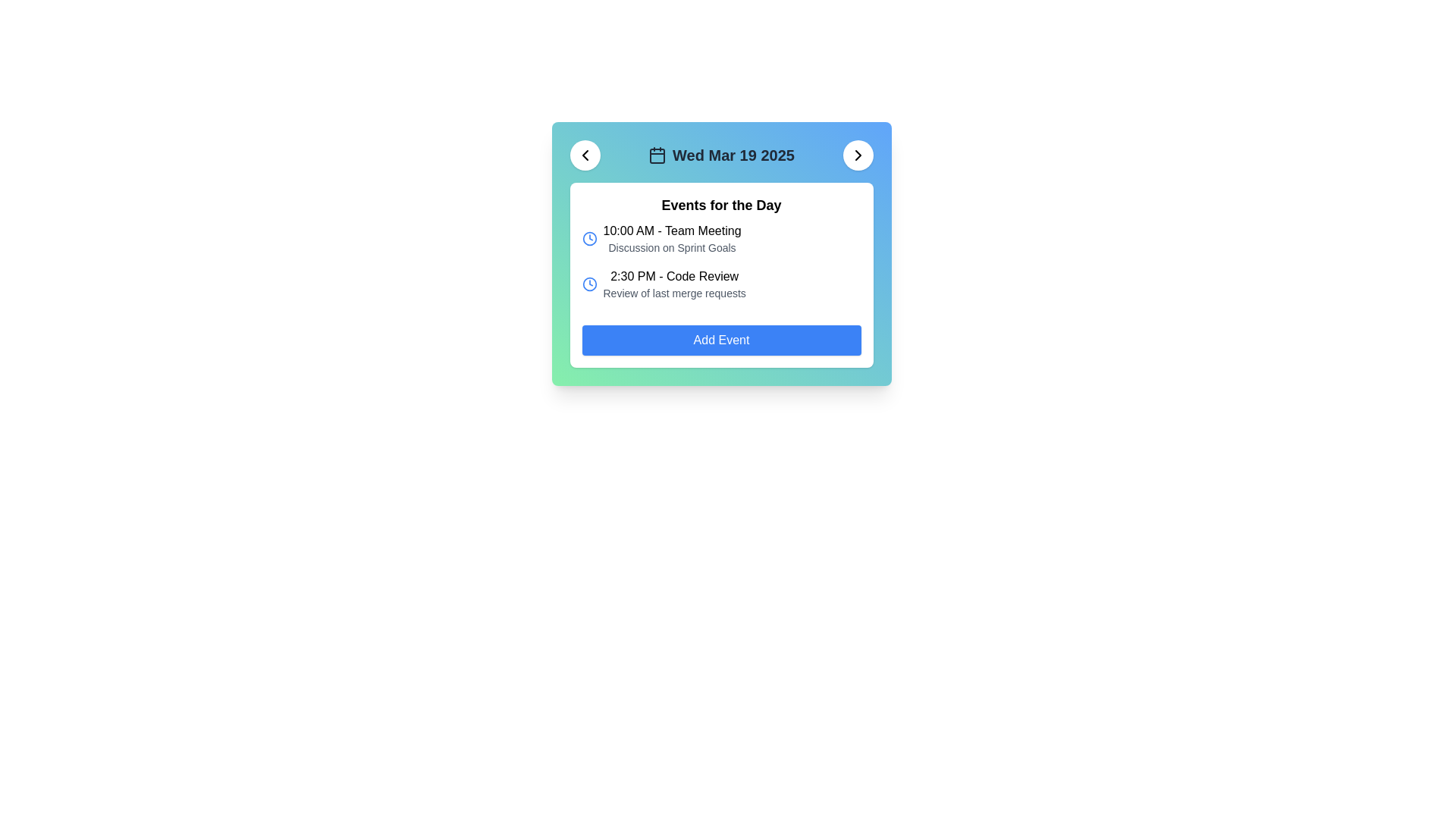 This screenshot has width=1456, height=819. I want to click on the date display, so click(720, 155).